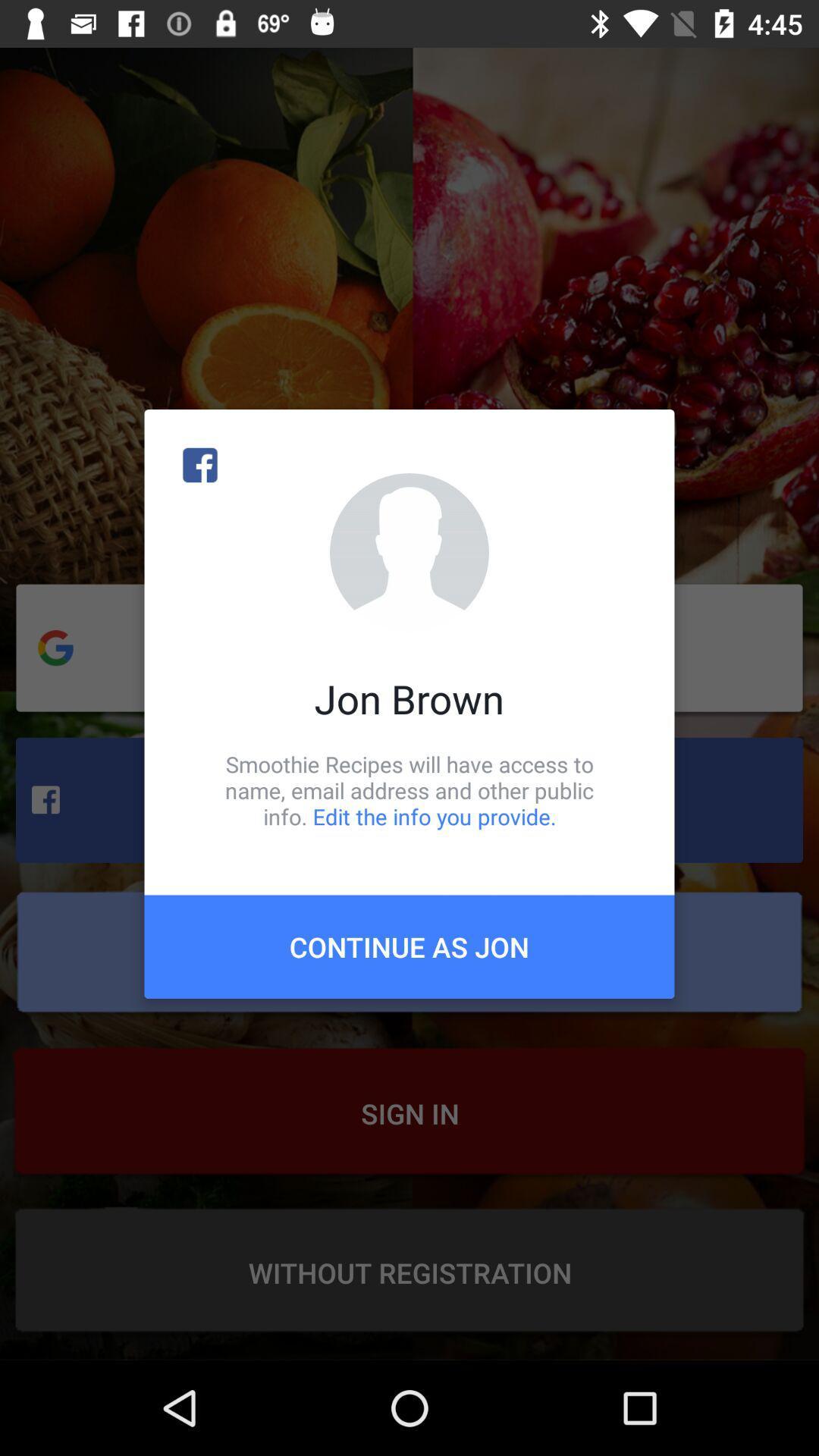 The width and height of the screenshot is (819, 1456). I want to click on continue as jon item, so click(409, 946).